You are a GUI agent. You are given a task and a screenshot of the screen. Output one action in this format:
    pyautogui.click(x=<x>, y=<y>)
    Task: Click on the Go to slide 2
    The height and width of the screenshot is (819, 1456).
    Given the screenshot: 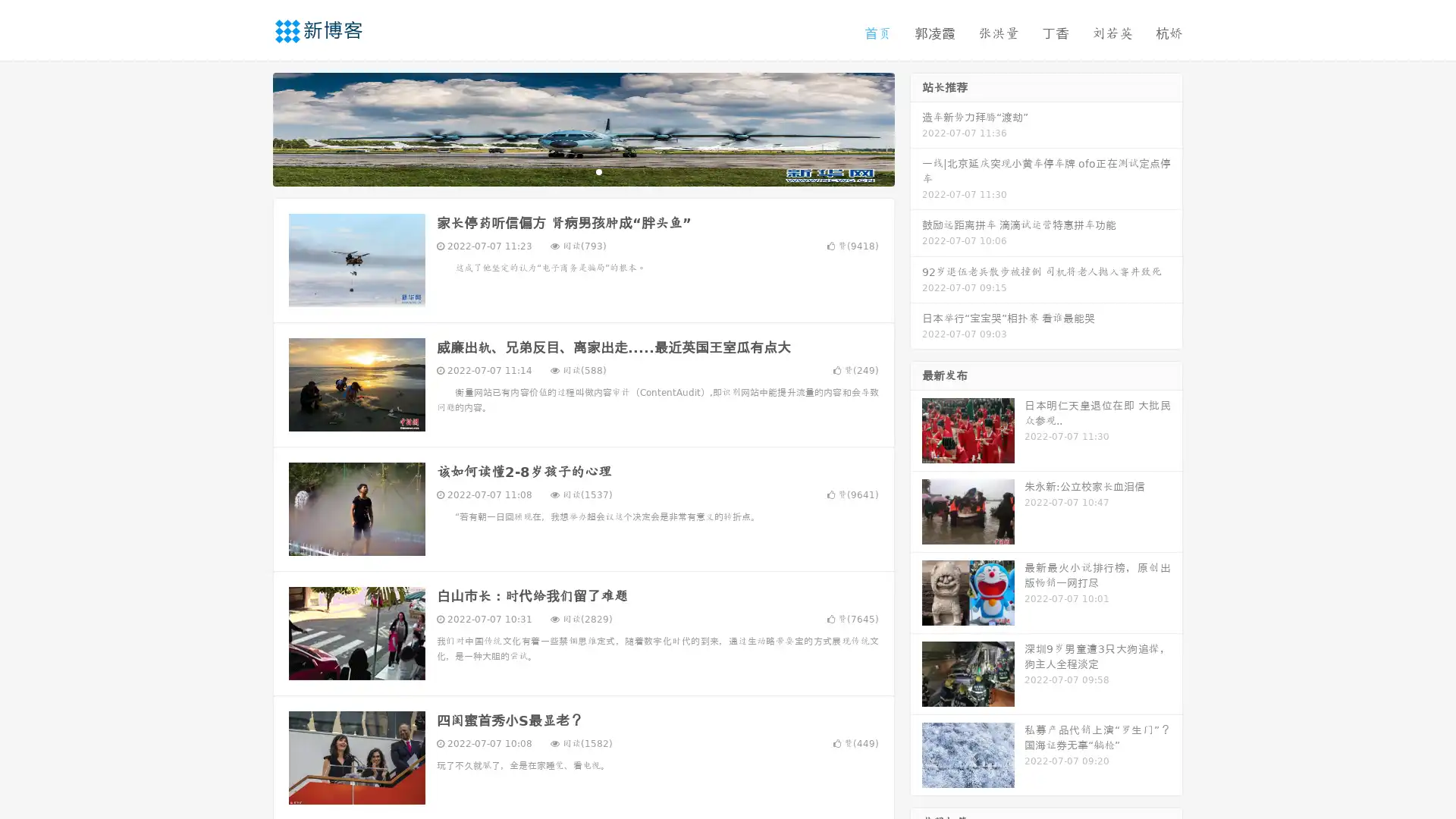 What is the action you would take?
    pyautogui.click(x=582, y=171)
    